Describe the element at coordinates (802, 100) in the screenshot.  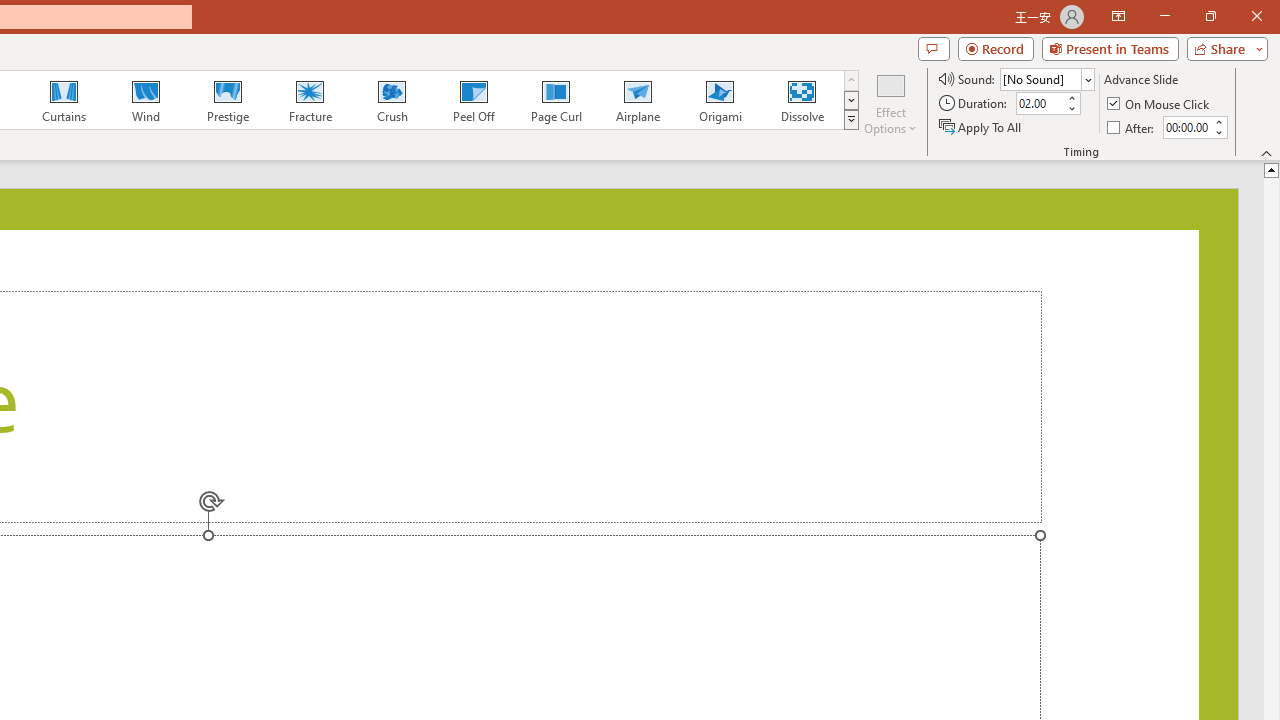
I see `'Dissolve'` at that location.